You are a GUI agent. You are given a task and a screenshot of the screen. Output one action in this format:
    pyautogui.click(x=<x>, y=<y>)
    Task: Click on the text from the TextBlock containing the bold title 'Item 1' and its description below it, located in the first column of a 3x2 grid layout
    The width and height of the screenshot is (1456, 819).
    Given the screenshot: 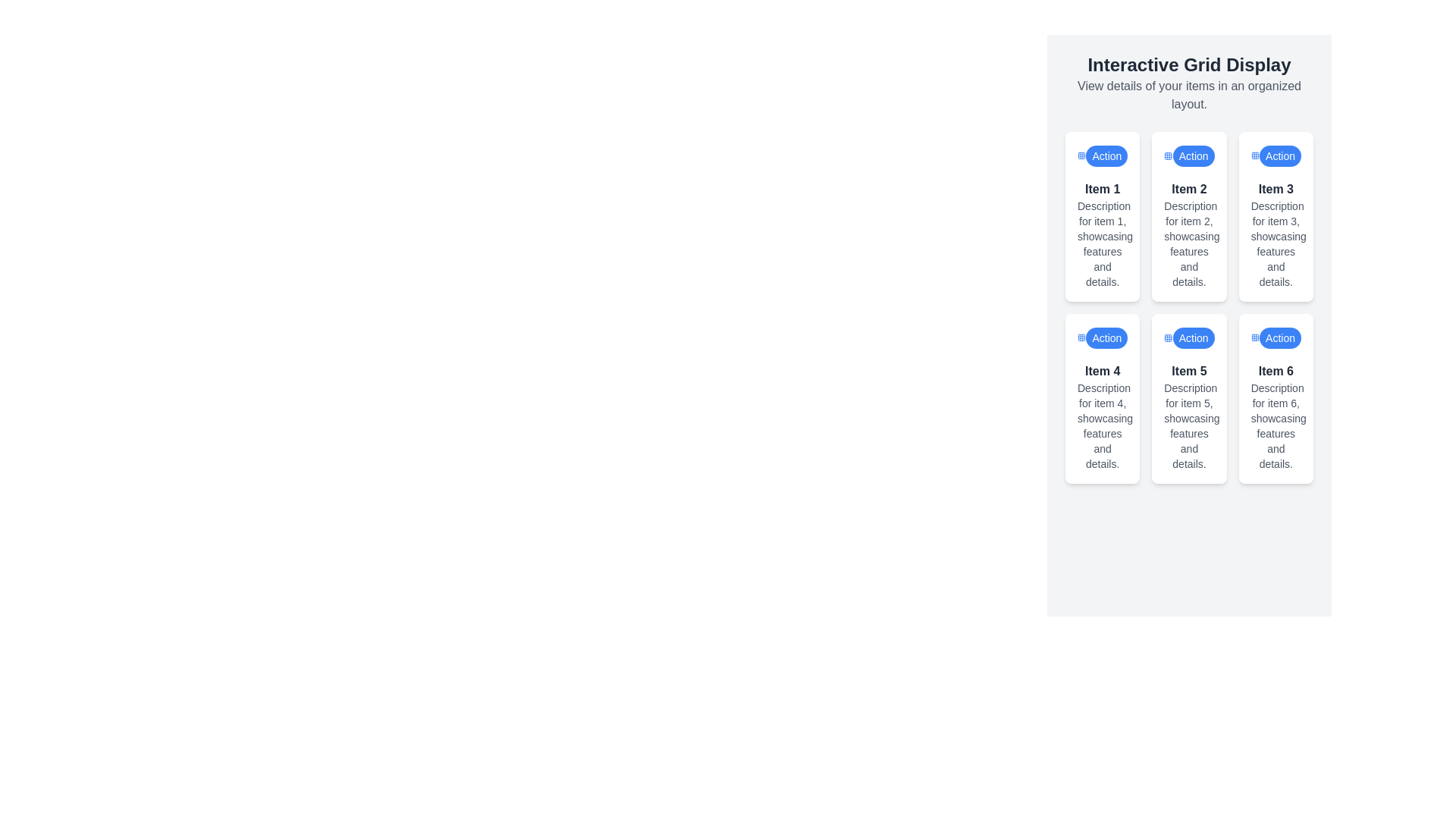 What is the action you would take?
    pyautogui.click(x=1103, y=234)
    